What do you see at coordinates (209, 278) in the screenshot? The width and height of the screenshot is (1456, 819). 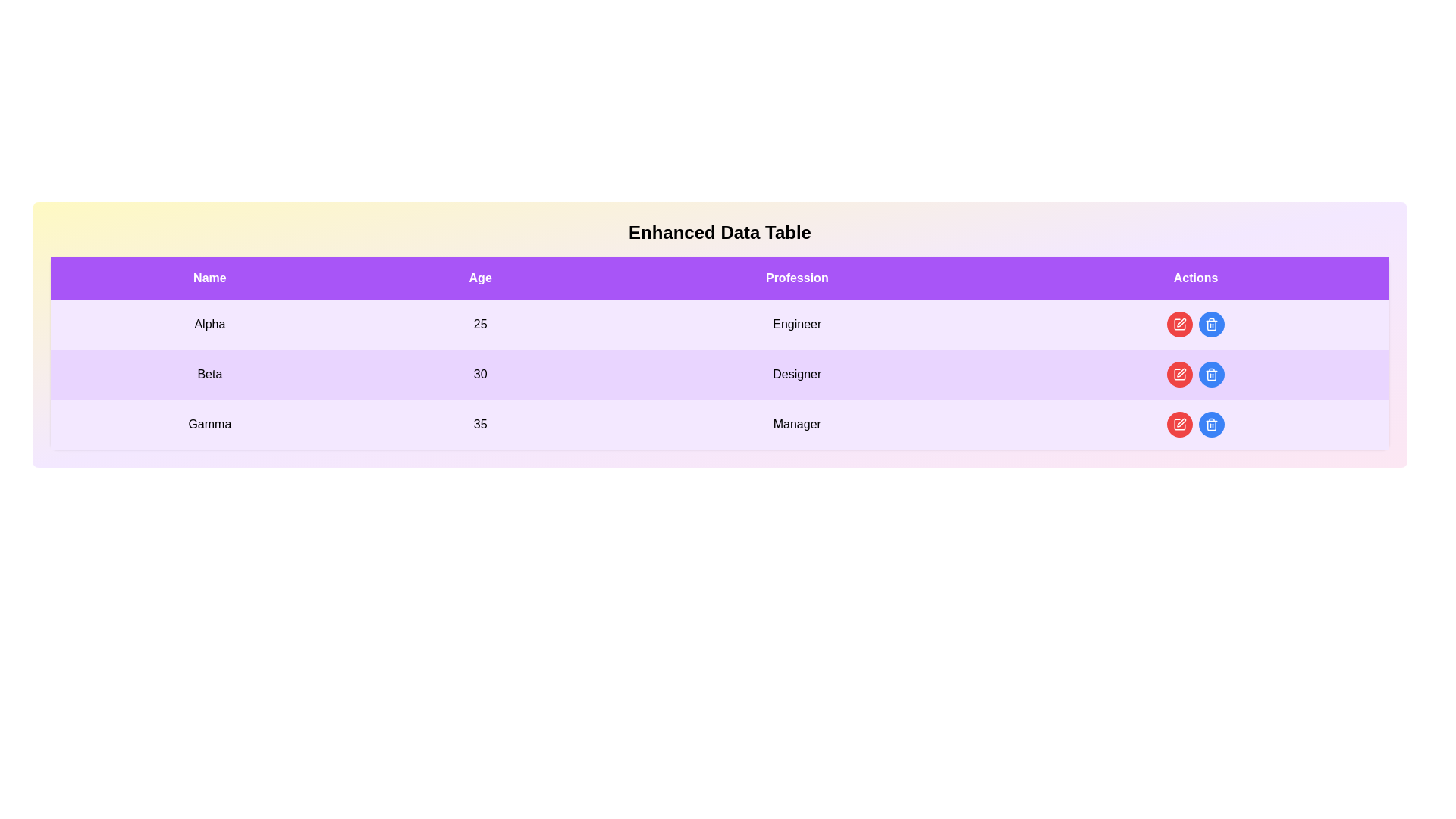 I see `the Name header to sort the table by that column` at bounding box center [209, 278].